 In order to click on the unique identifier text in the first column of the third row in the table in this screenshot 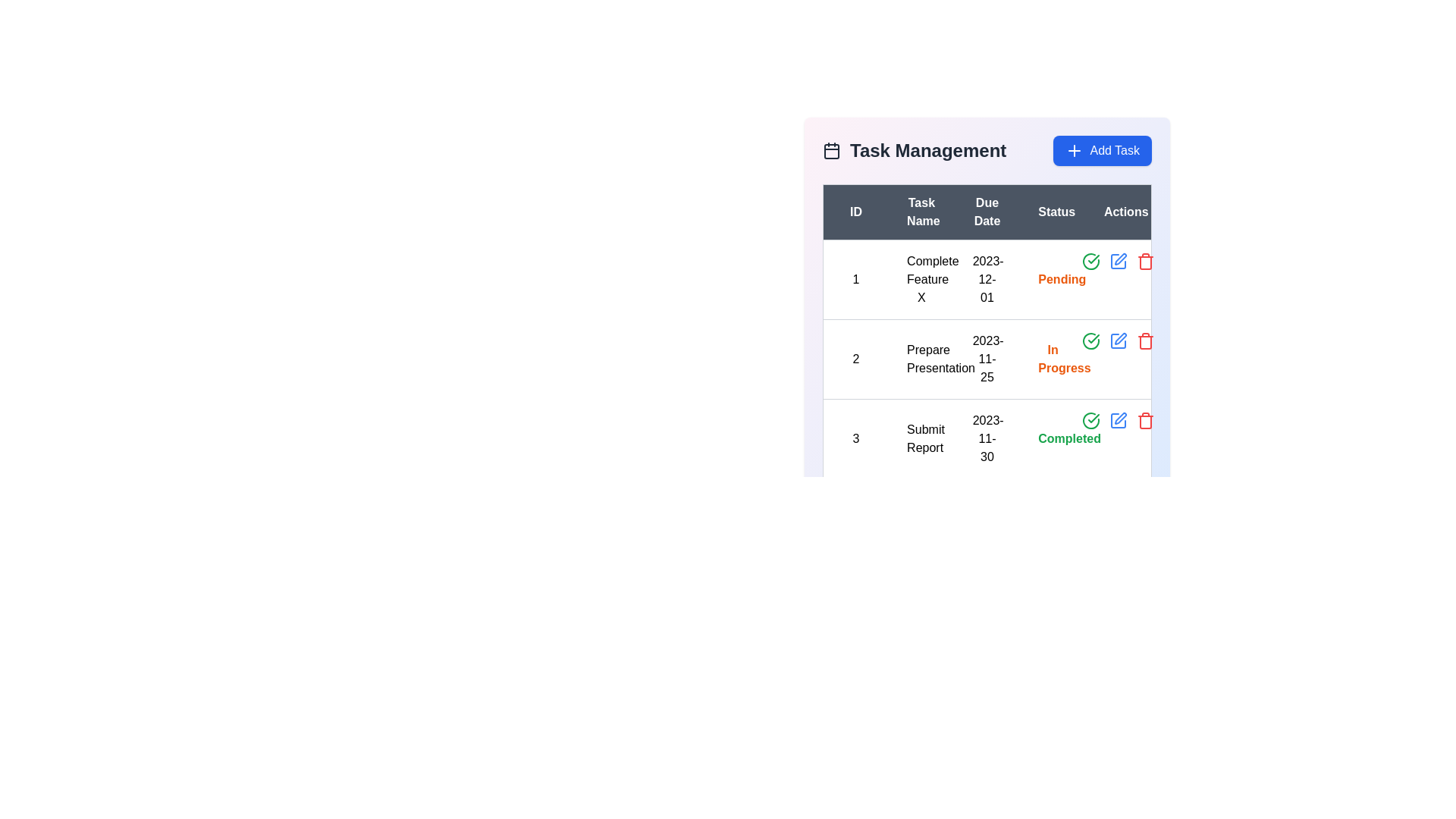, I will do `click(855, 438)`.